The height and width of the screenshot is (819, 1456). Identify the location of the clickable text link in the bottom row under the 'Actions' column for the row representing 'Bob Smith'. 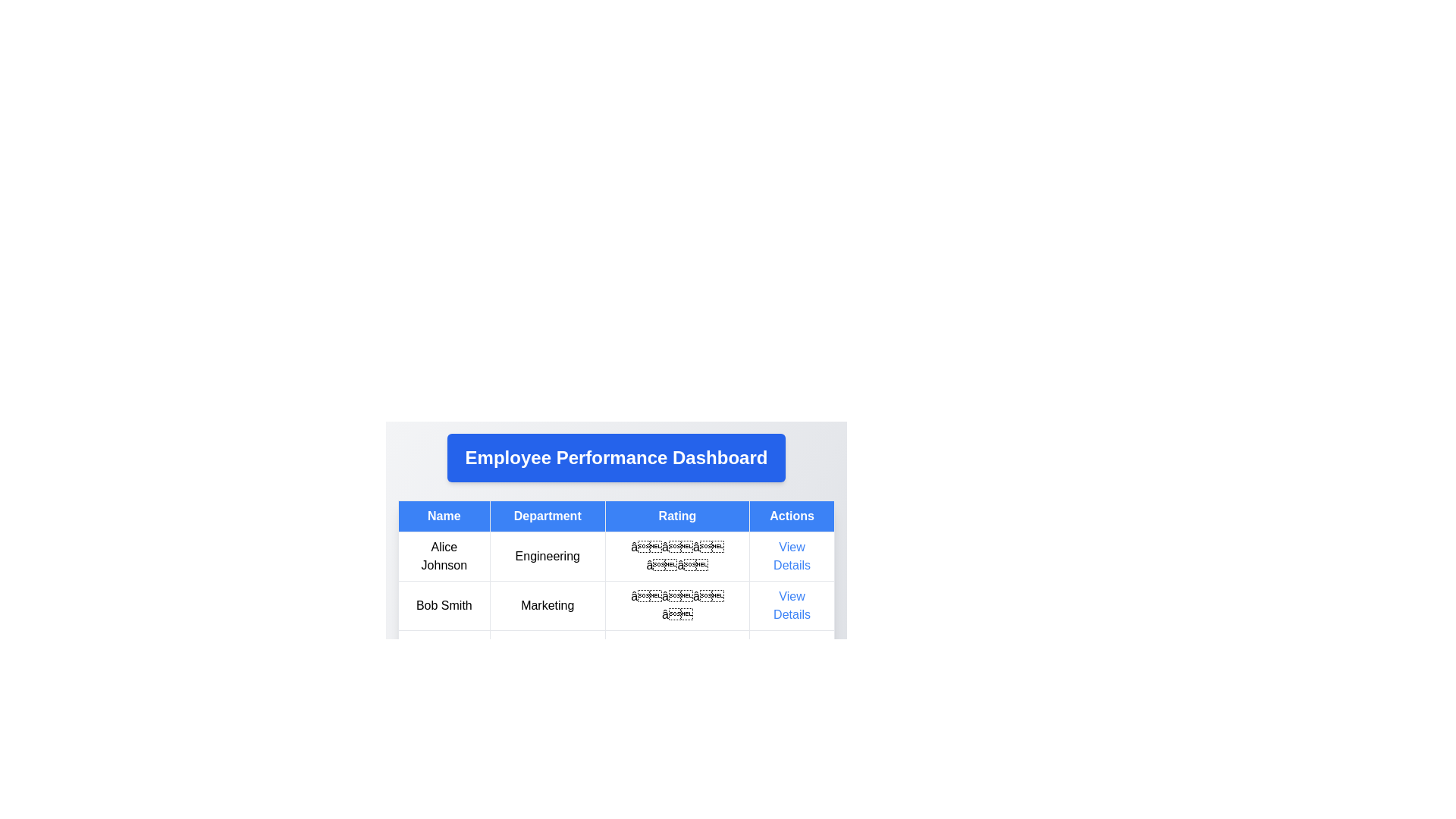
(791, 604).